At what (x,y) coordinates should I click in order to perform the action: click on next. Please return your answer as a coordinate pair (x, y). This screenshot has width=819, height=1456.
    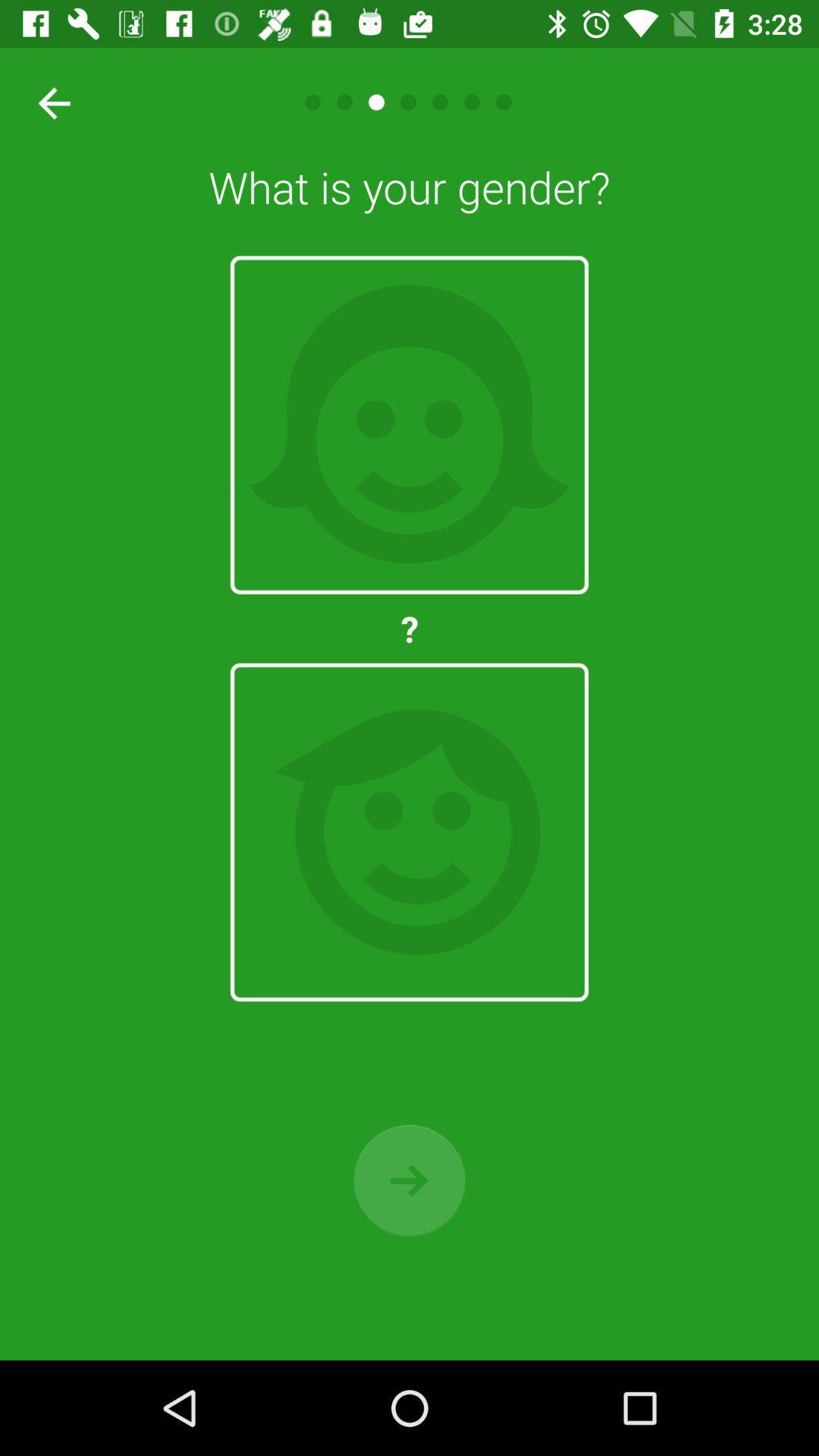
    Looking at the image, I should click on (409, 1179).